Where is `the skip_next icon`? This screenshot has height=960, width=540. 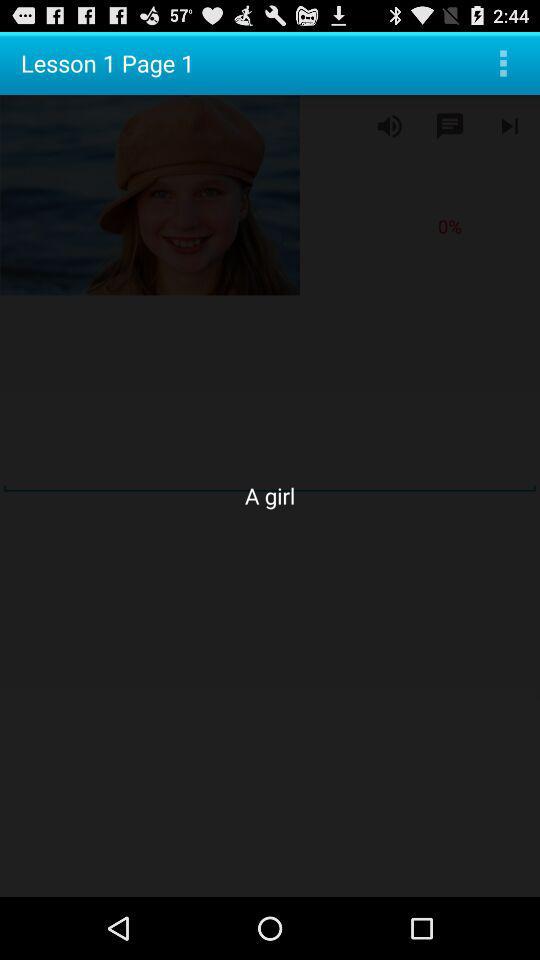
the skip_next icon is located at coordinates (509, 133).